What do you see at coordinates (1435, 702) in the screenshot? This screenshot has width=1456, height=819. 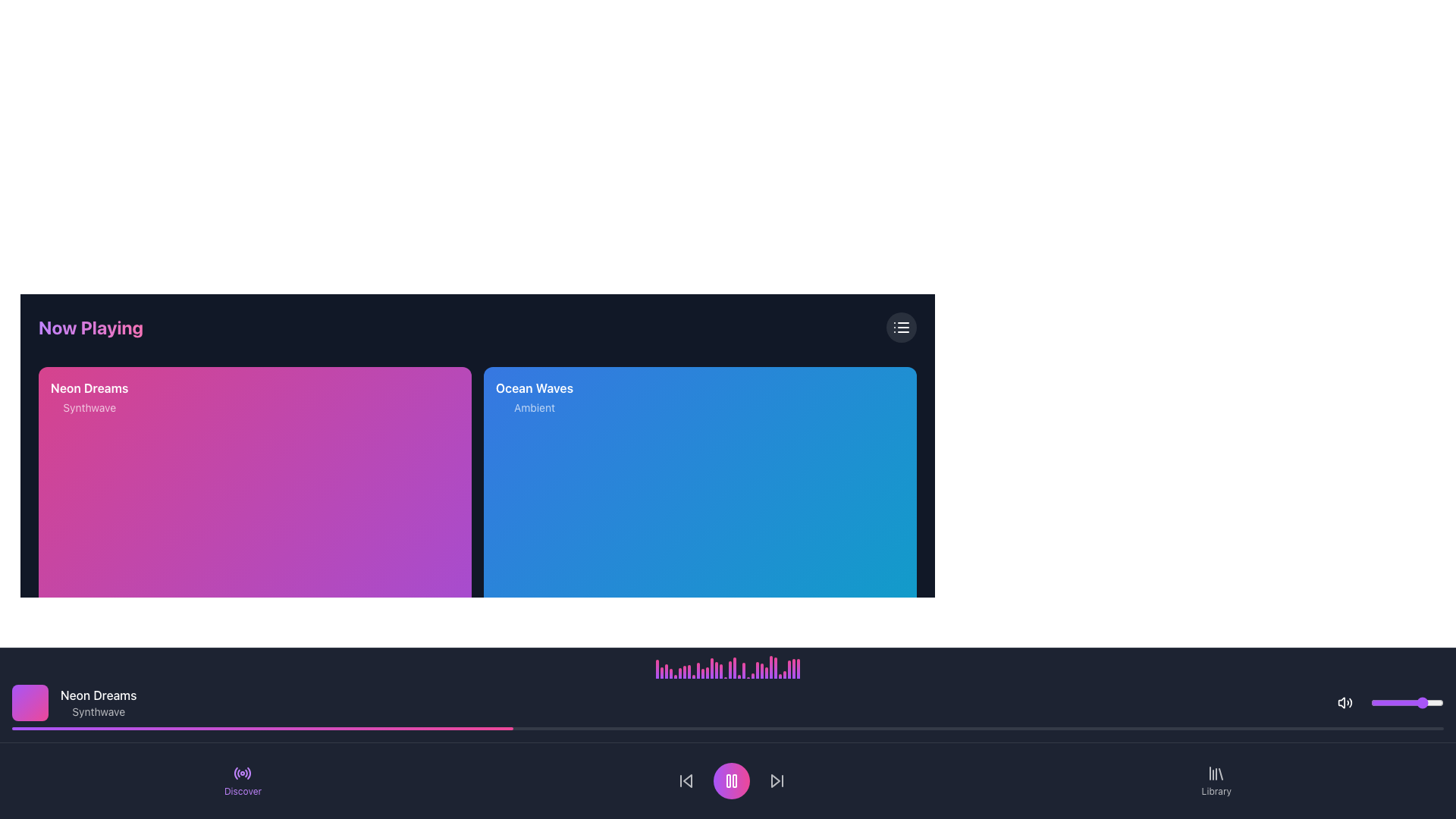 I see `the slider` at bounding box center [1435, 702].